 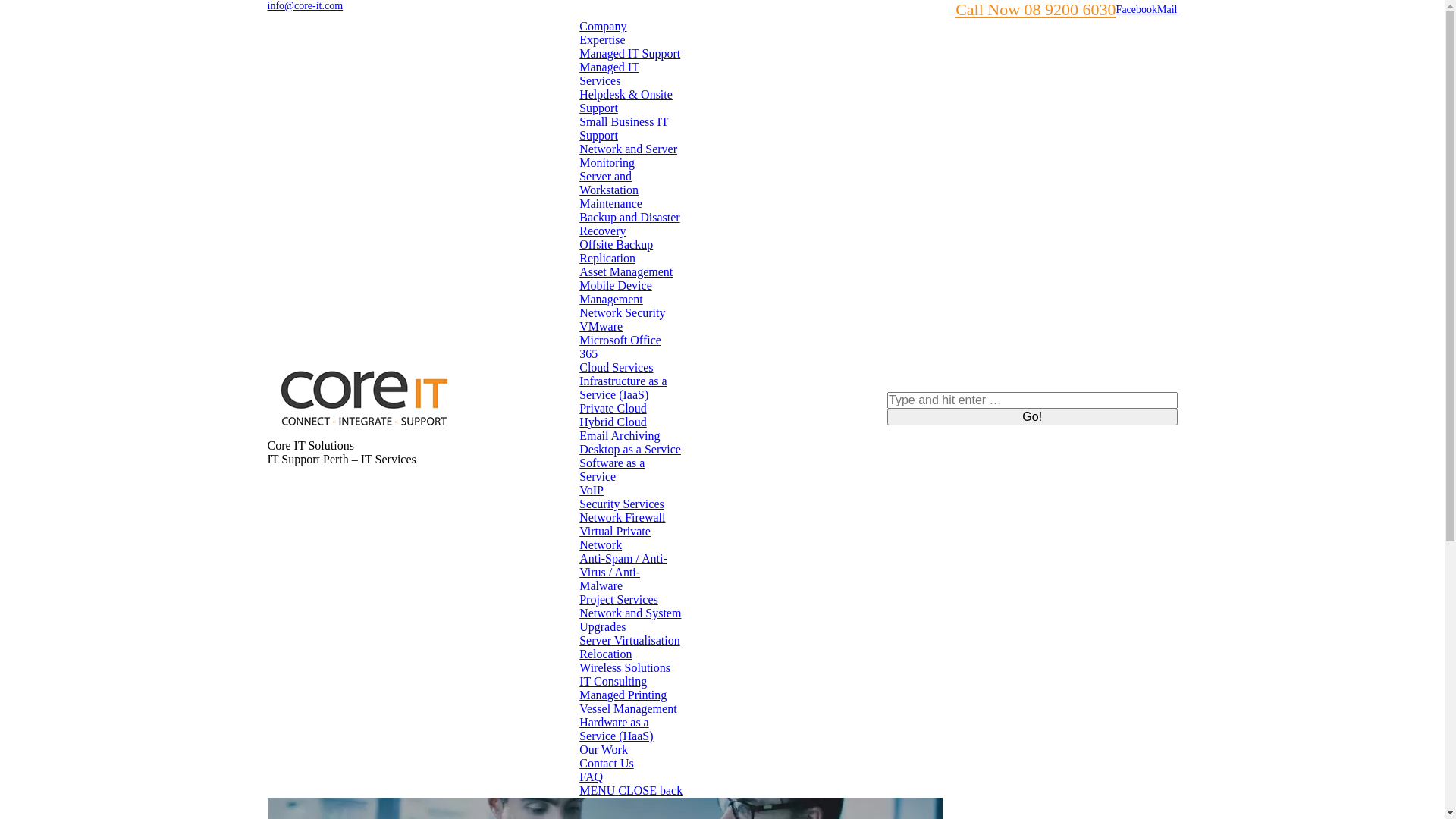 What do you see at coordinates (623, 127) in the screenshot?
I see `'Small Business IT Support'` at bounding box center [623, 127].